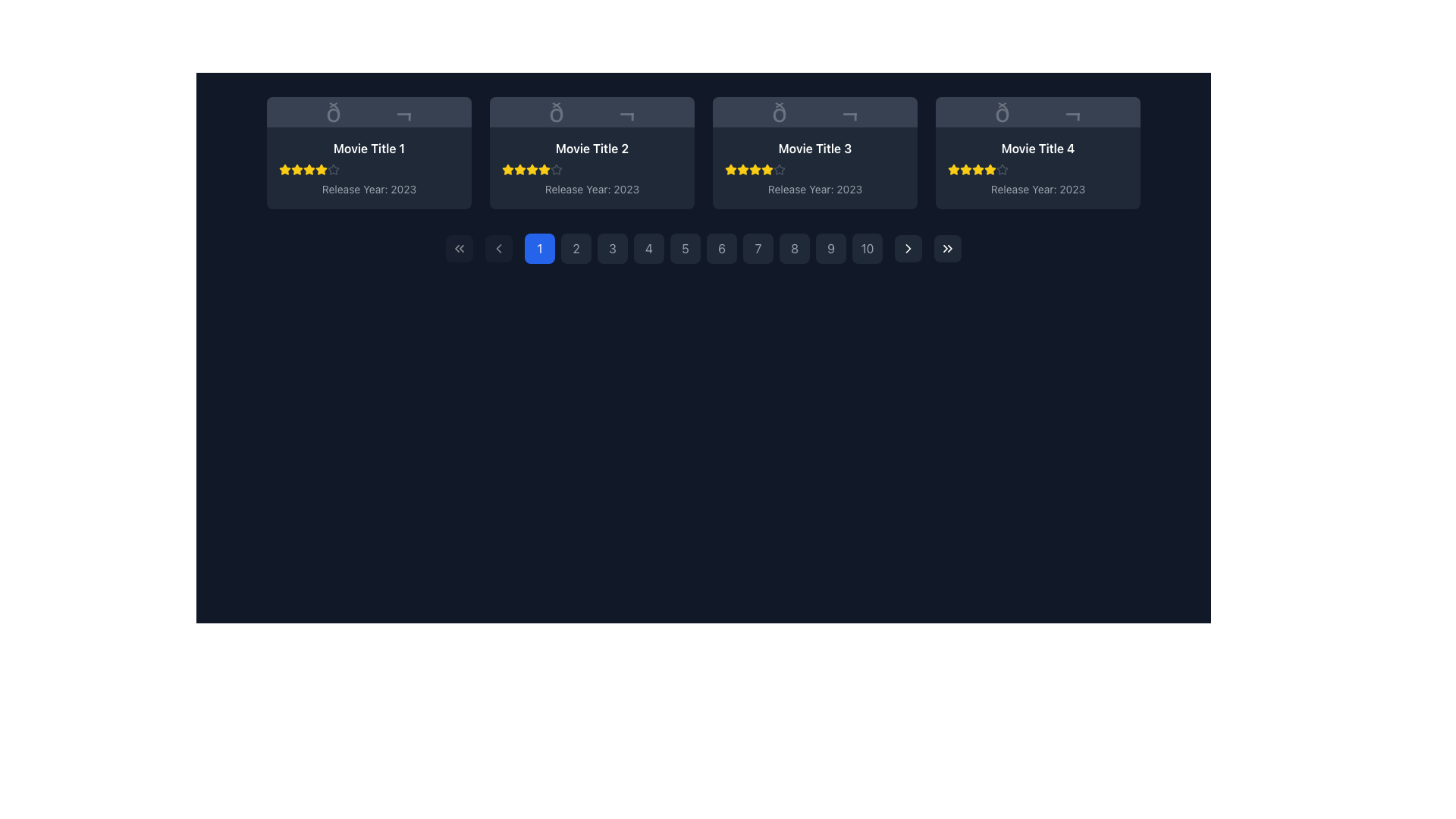  What do you see at coordinates (946, 247) in the screenshot?
I see `the pagination control button located at the far right of the pagination controls` at bounding box center [946, 247].